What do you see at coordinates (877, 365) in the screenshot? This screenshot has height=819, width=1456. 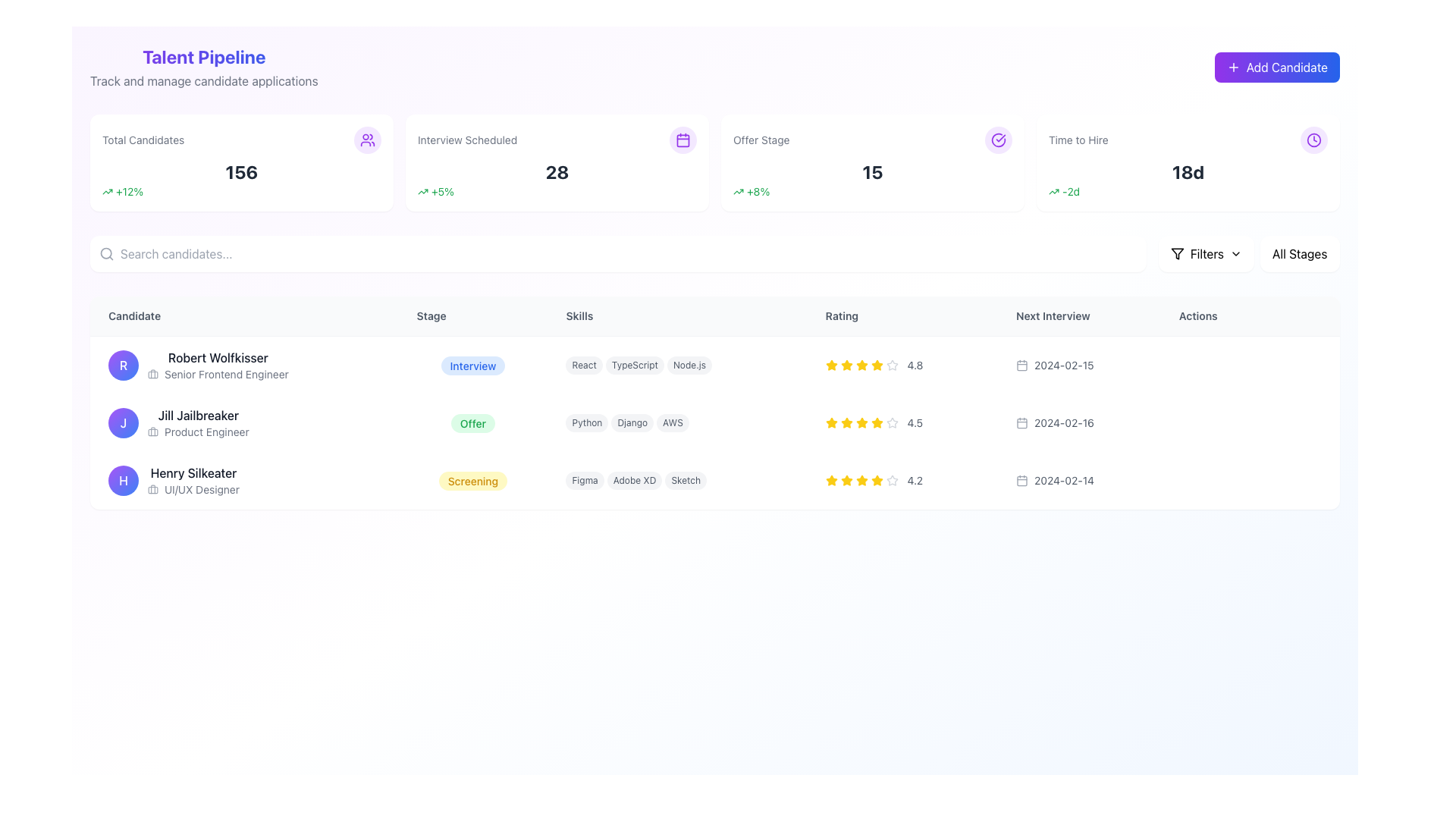 I see `the fifth star-shaped yellow icon in the 'Rating' column associated with Robert Wolfkisser to potentially modify its state` at bounding box center [877, 365].